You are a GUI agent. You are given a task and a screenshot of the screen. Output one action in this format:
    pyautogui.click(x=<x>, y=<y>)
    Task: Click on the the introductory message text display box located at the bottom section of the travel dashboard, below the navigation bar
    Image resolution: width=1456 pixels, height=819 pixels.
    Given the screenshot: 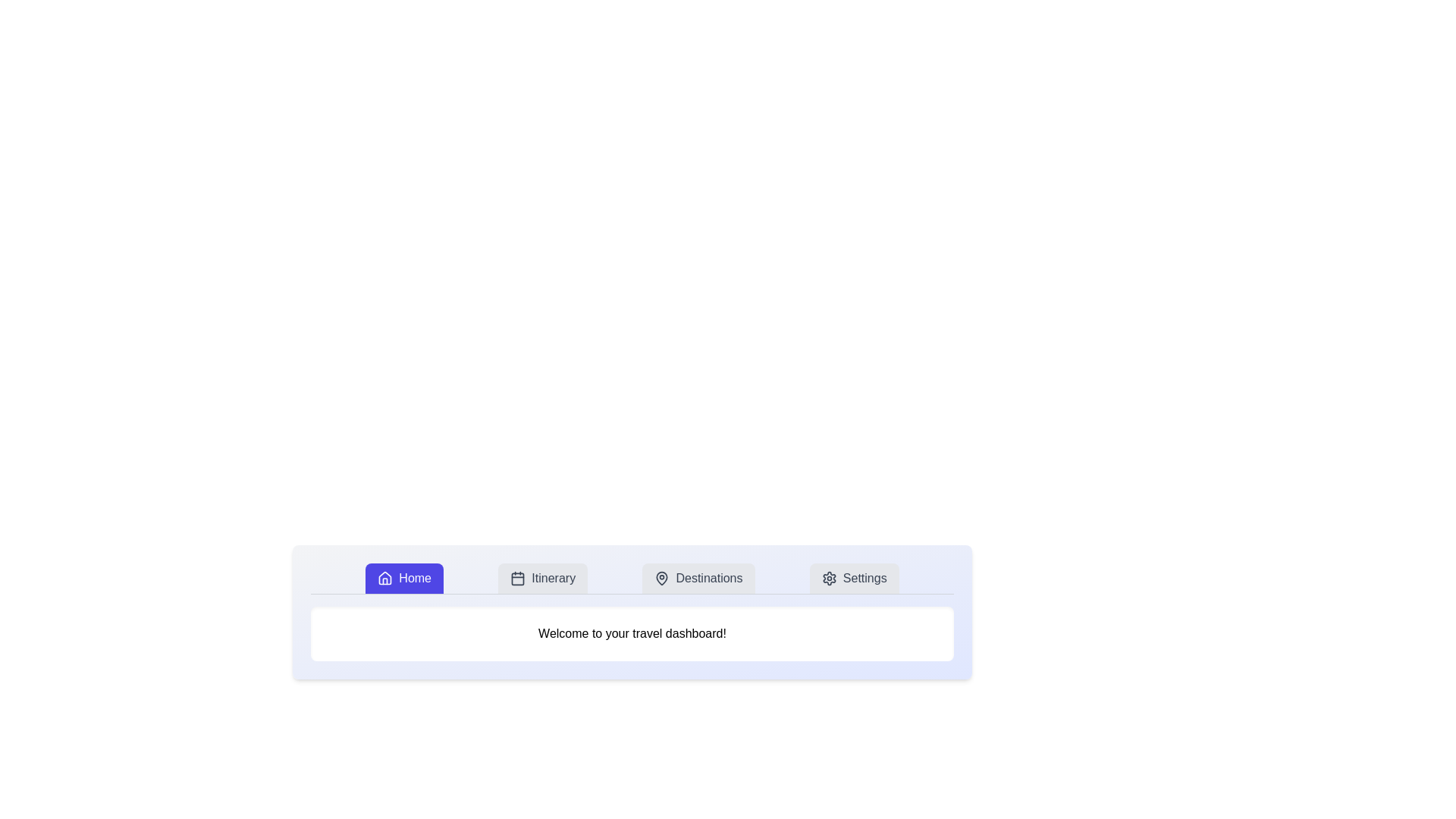 What is the action you would take?
    pyautogui.click(x=632, y=634)
    